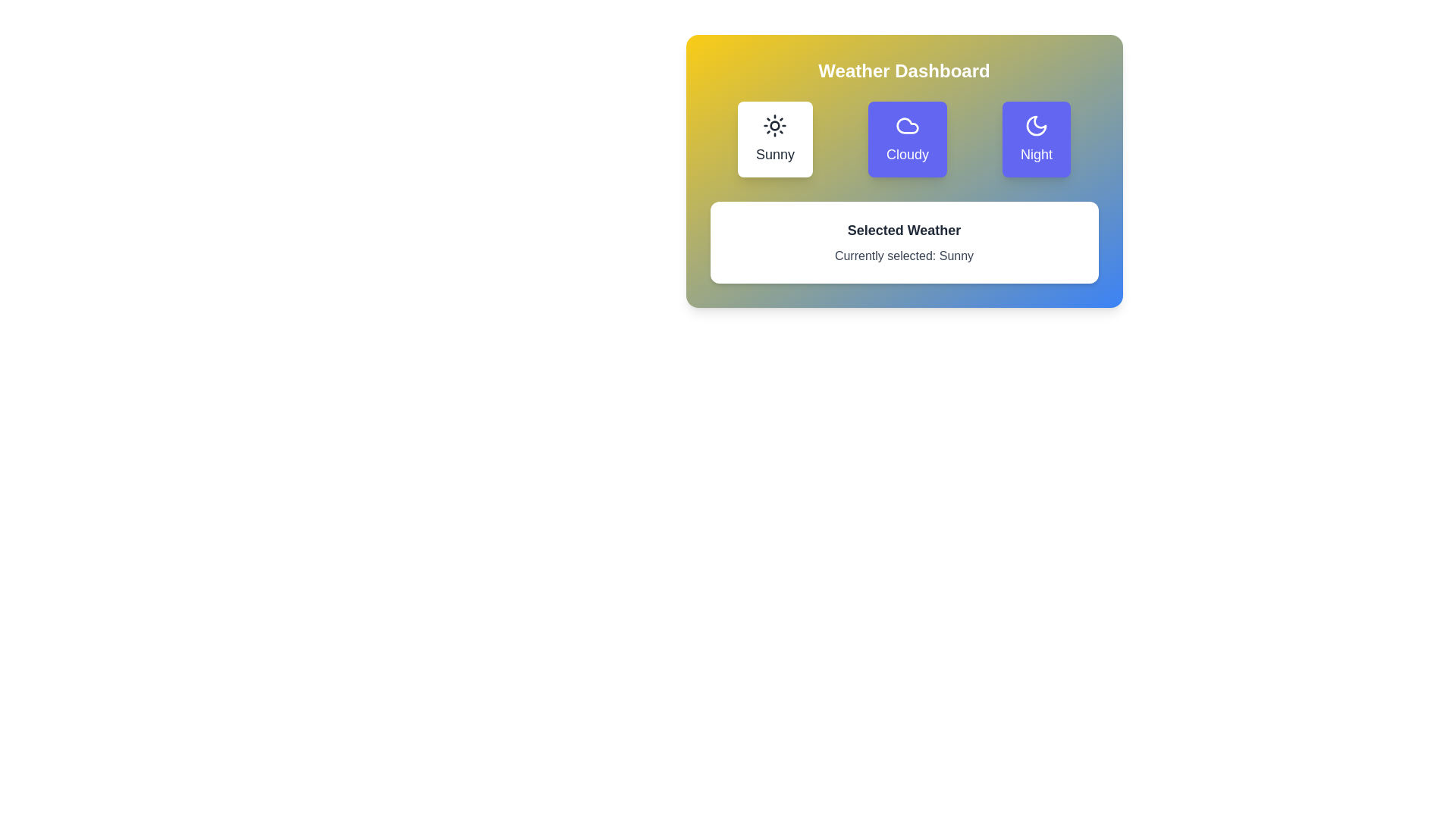 Image resolution: width=1456 pixels, height=819 pixels. What do you see at coordinates (1036, 140) in the screenshot?
I see `the third button in the 'Weather Dashboard' section` at bounding box center [1036, 140].